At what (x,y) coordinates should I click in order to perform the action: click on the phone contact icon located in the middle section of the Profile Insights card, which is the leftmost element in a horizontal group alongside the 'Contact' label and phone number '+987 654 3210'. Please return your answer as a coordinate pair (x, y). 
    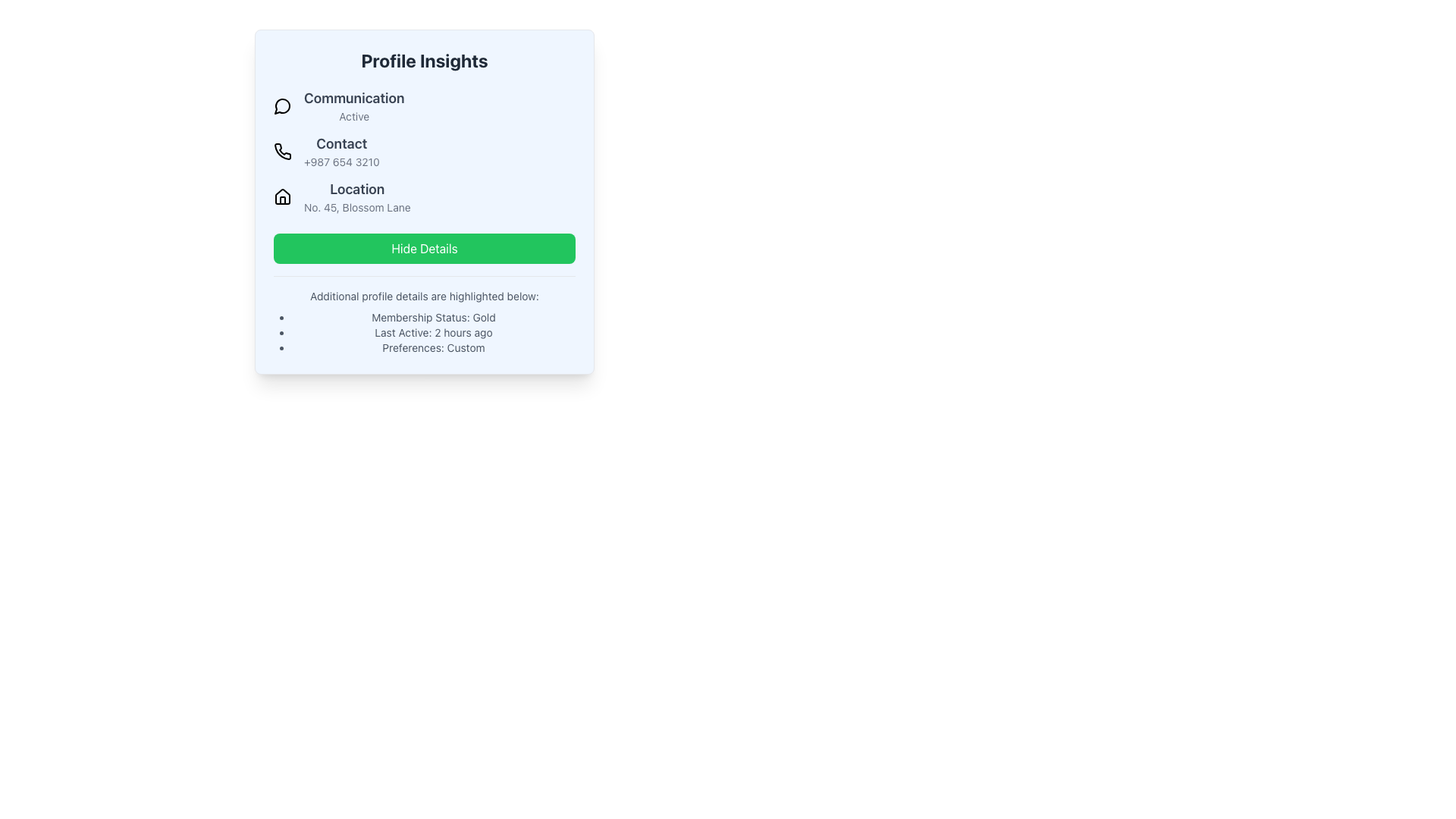
    Looking at the image, I should click on (283, 152).